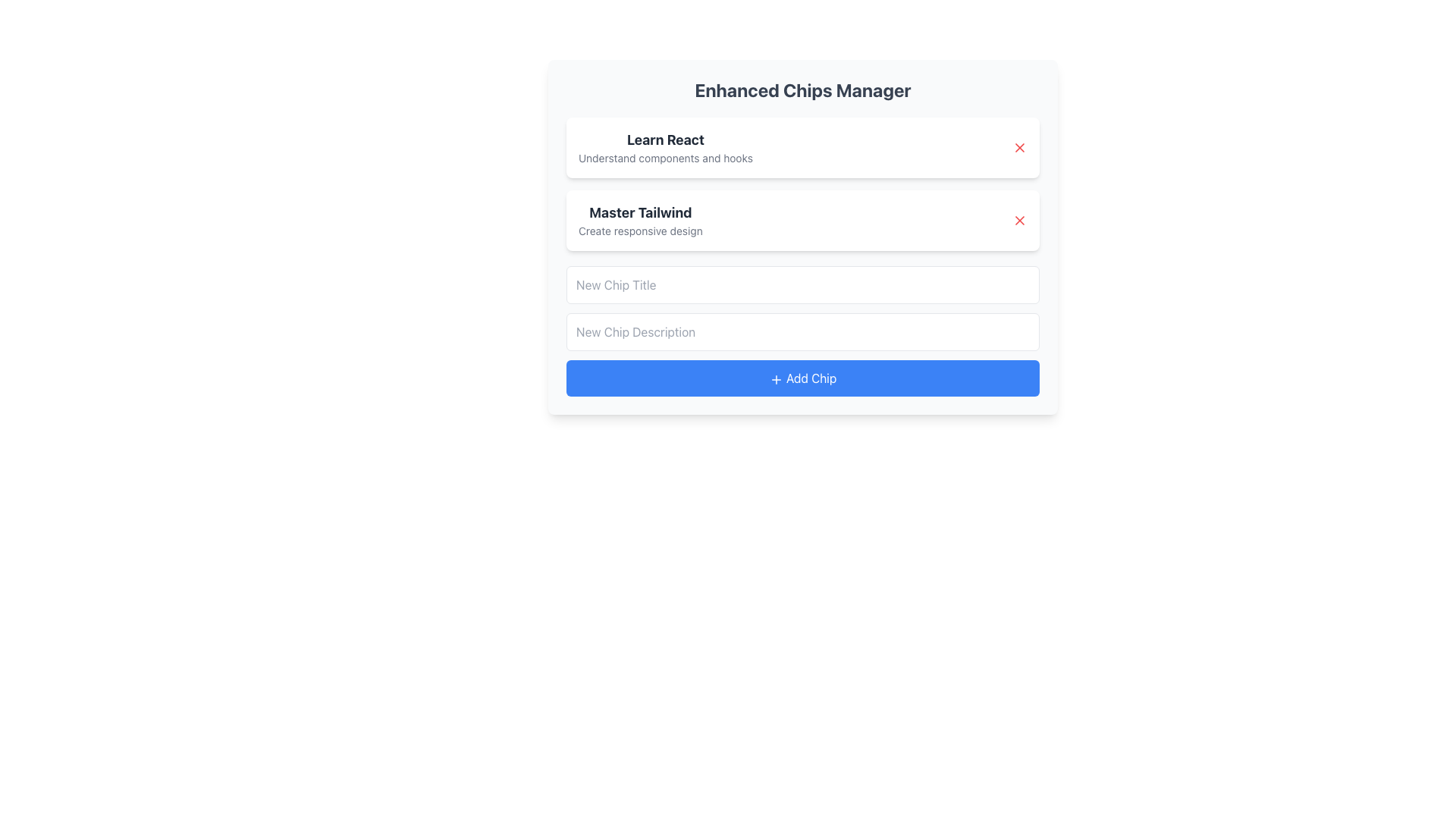 This screenshot has height=819, width=1456. Describe the element at coordinates (666, 140) in the screenshot. I see `the text label that says 'Learn React', which is styled in bold and dark gray, positioned at the top of its group box above the description 'Understand components and hooks'` at that location.